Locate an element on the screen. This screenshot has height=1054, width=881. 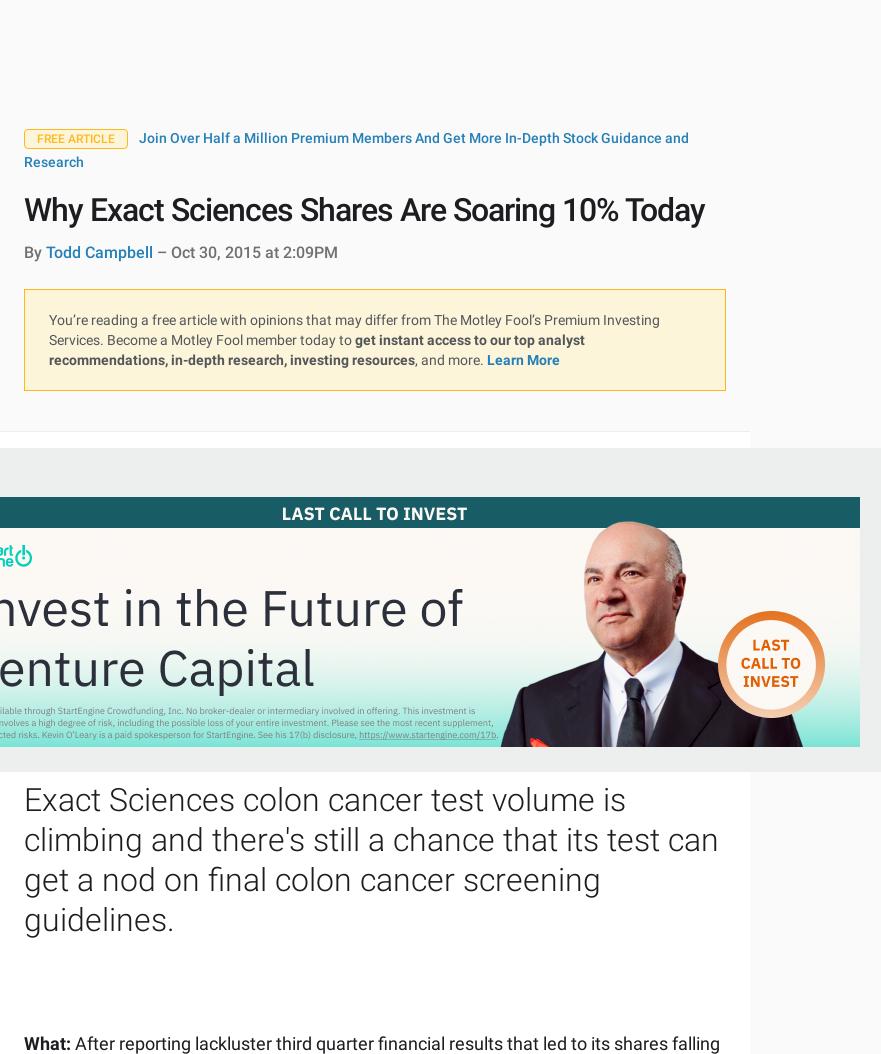
'2 Cathie Wood Stocks Up by 35% and 70% That Could Make You Richer' is located at coordinates (348, 173).